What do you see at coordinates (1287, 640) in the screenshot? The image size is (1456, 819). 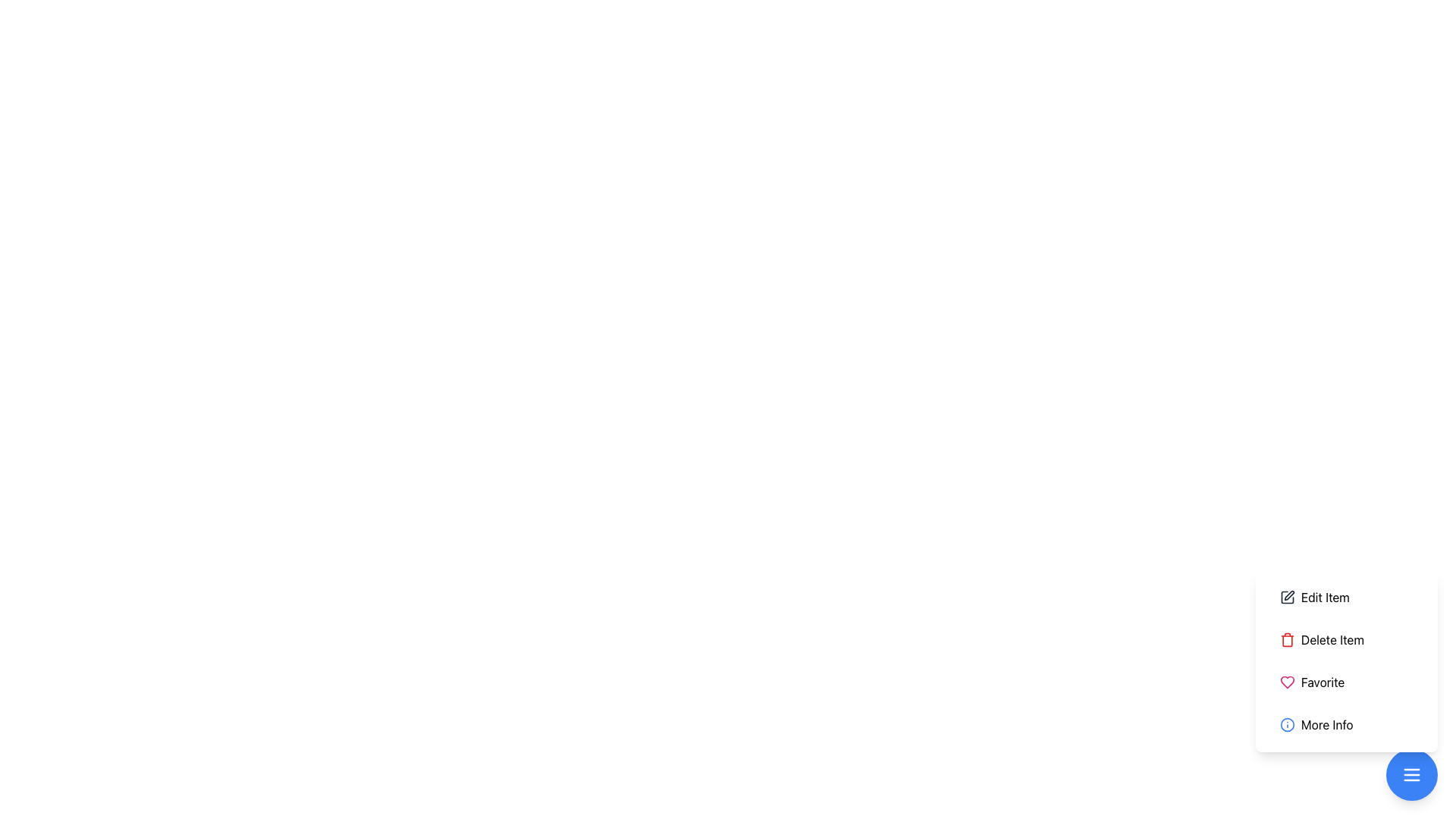 I see `the left vertical bar of the red trash bin icon representing the 'Delete Item' menu option` at bounding box center [1287, 640].